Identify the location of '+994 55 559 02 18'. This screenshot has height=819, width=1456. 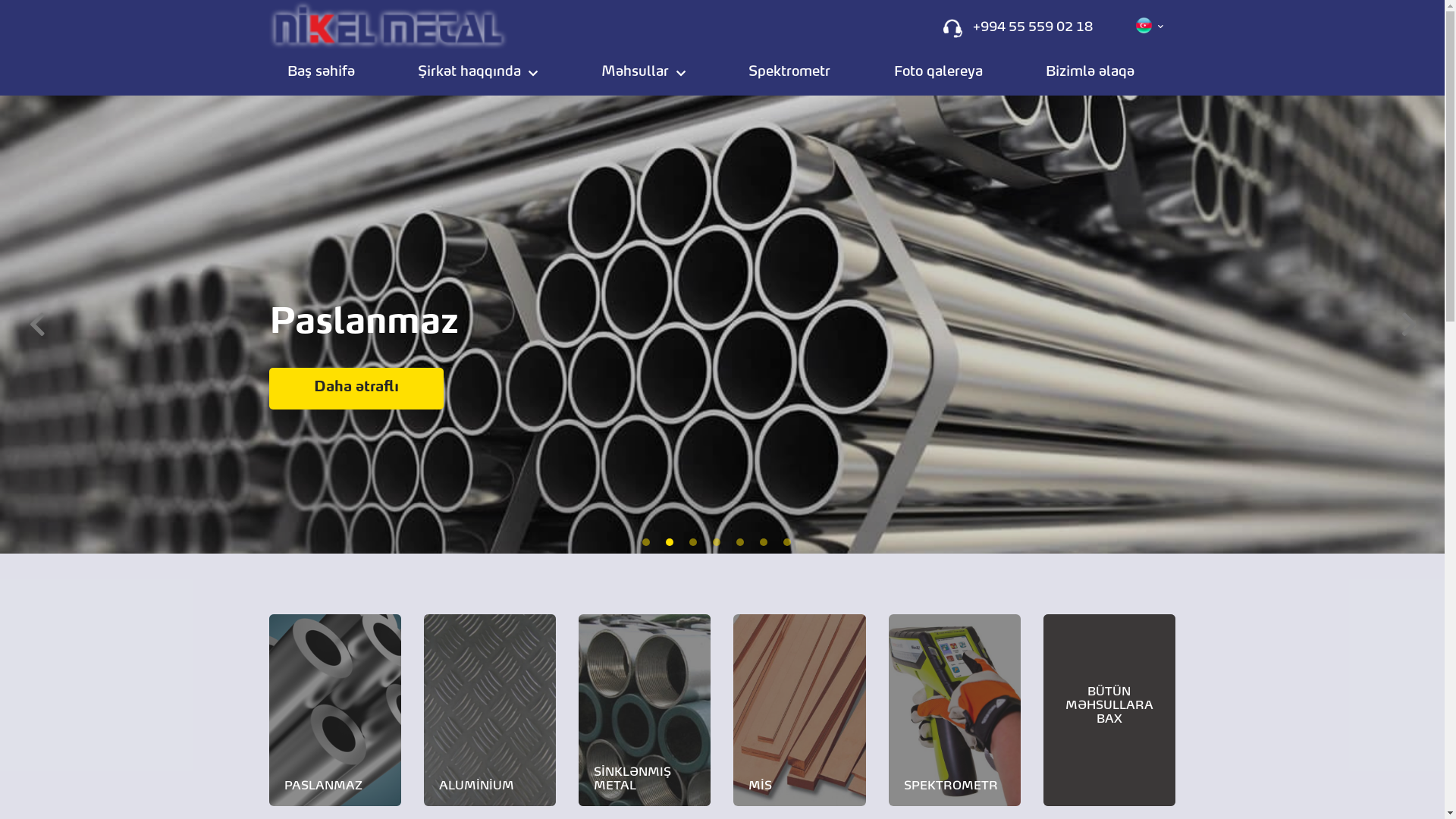
(1032, 28).